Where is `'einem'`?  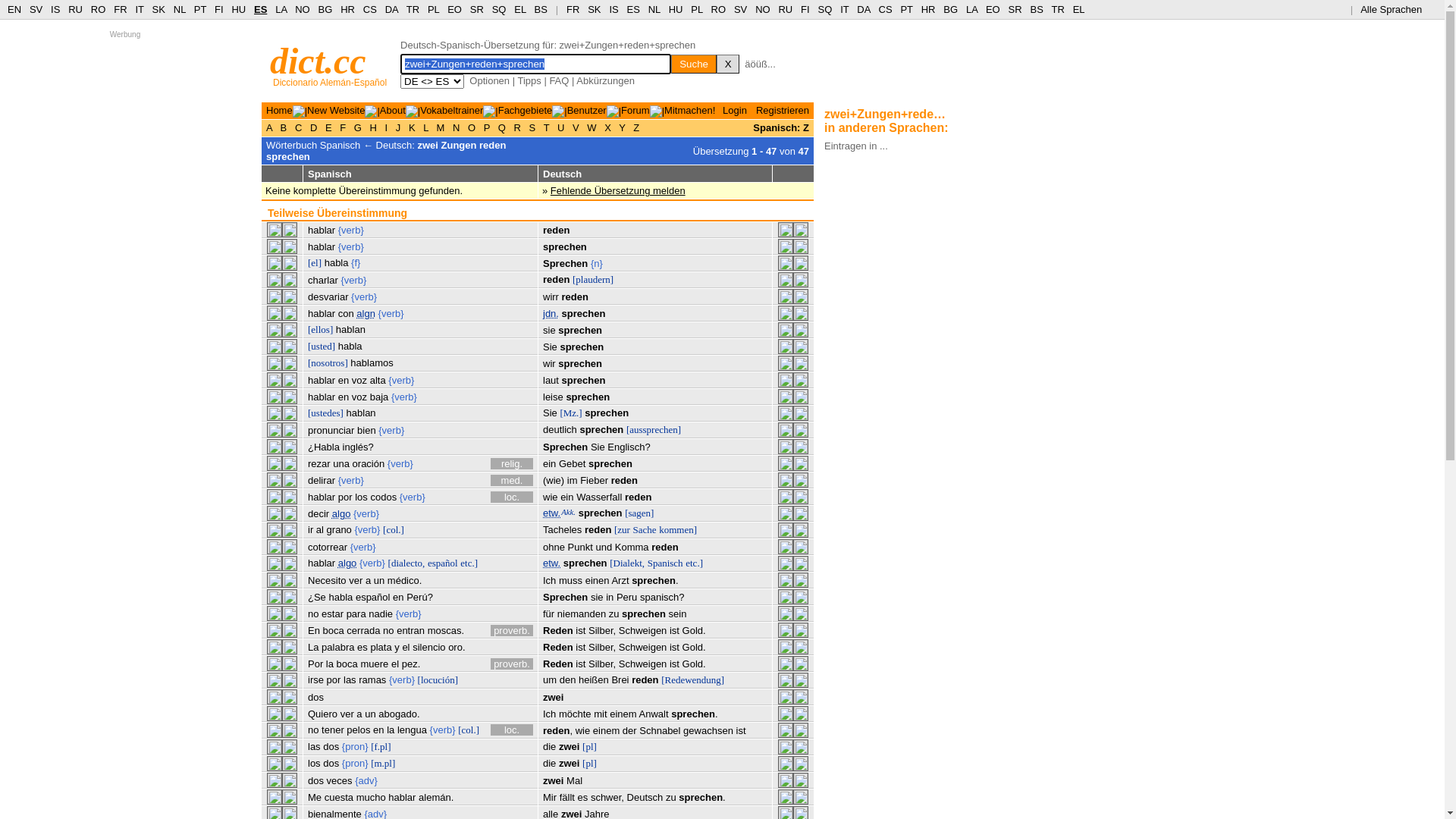 'einem' is located at coordinates (623, 714).